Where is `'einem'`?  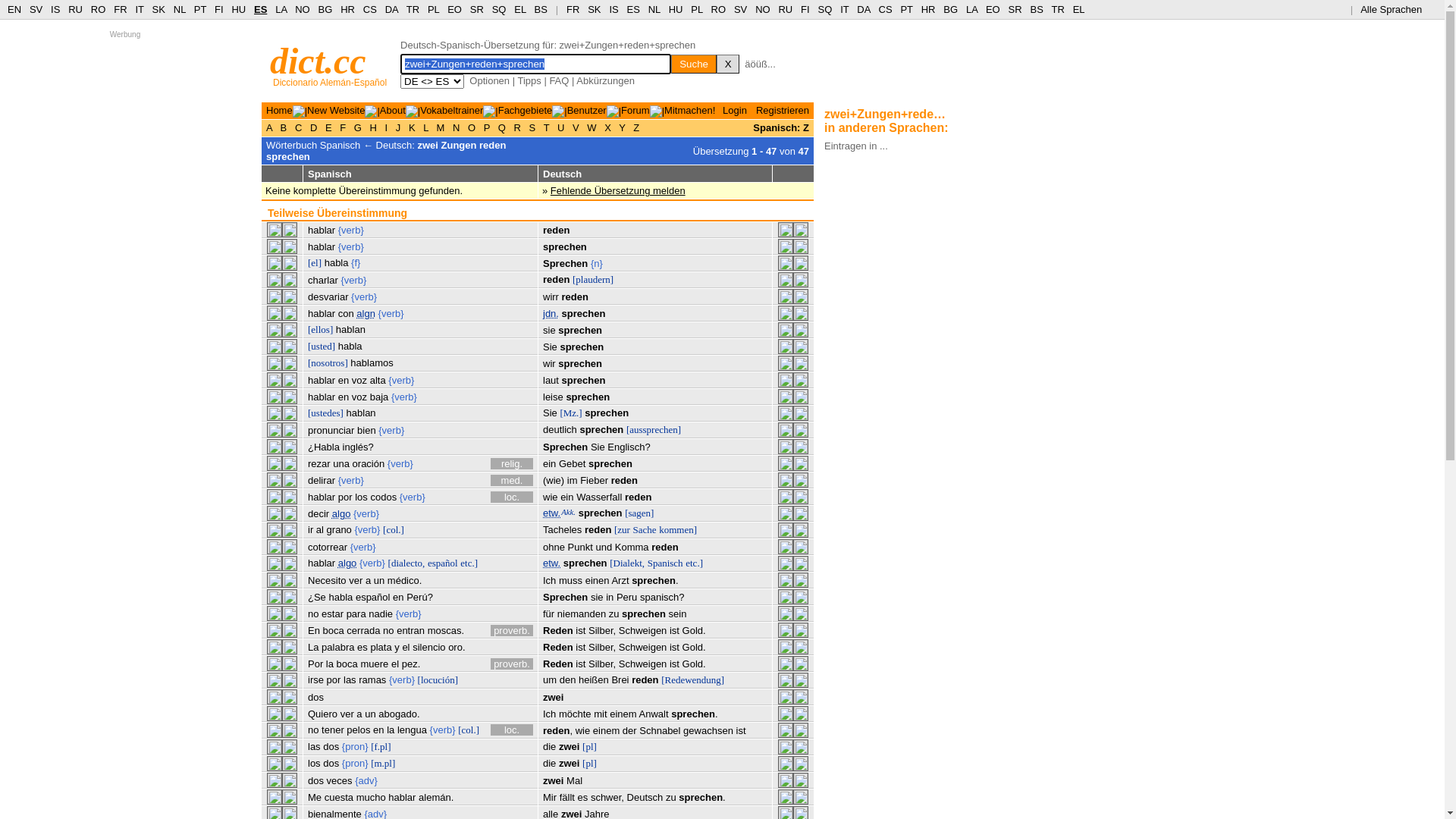 'einem' is located at coordinates (623, 714).